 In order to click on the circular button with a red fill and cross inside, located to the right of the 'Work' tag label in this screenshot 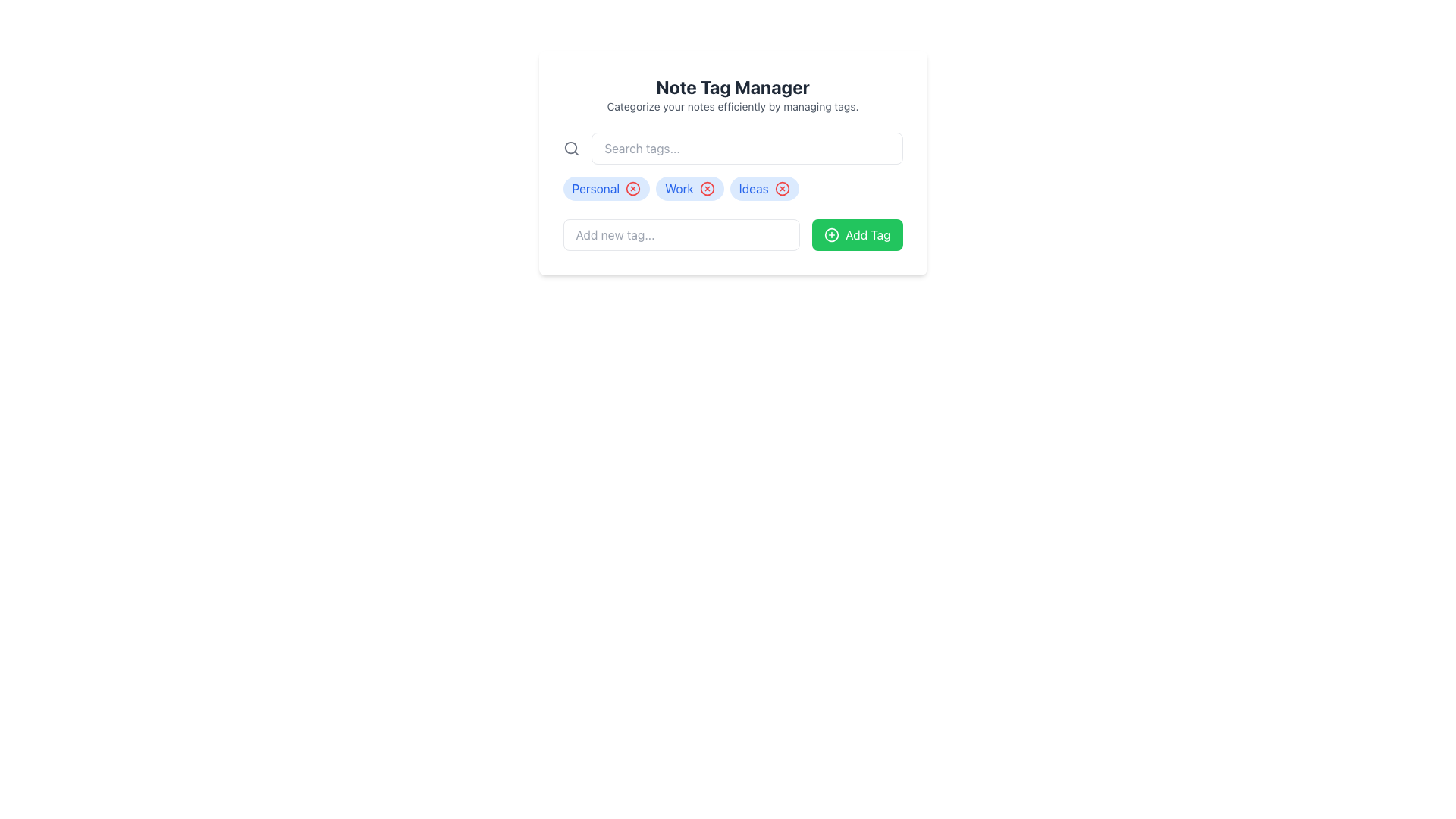, I will do `click(706, 188)`.